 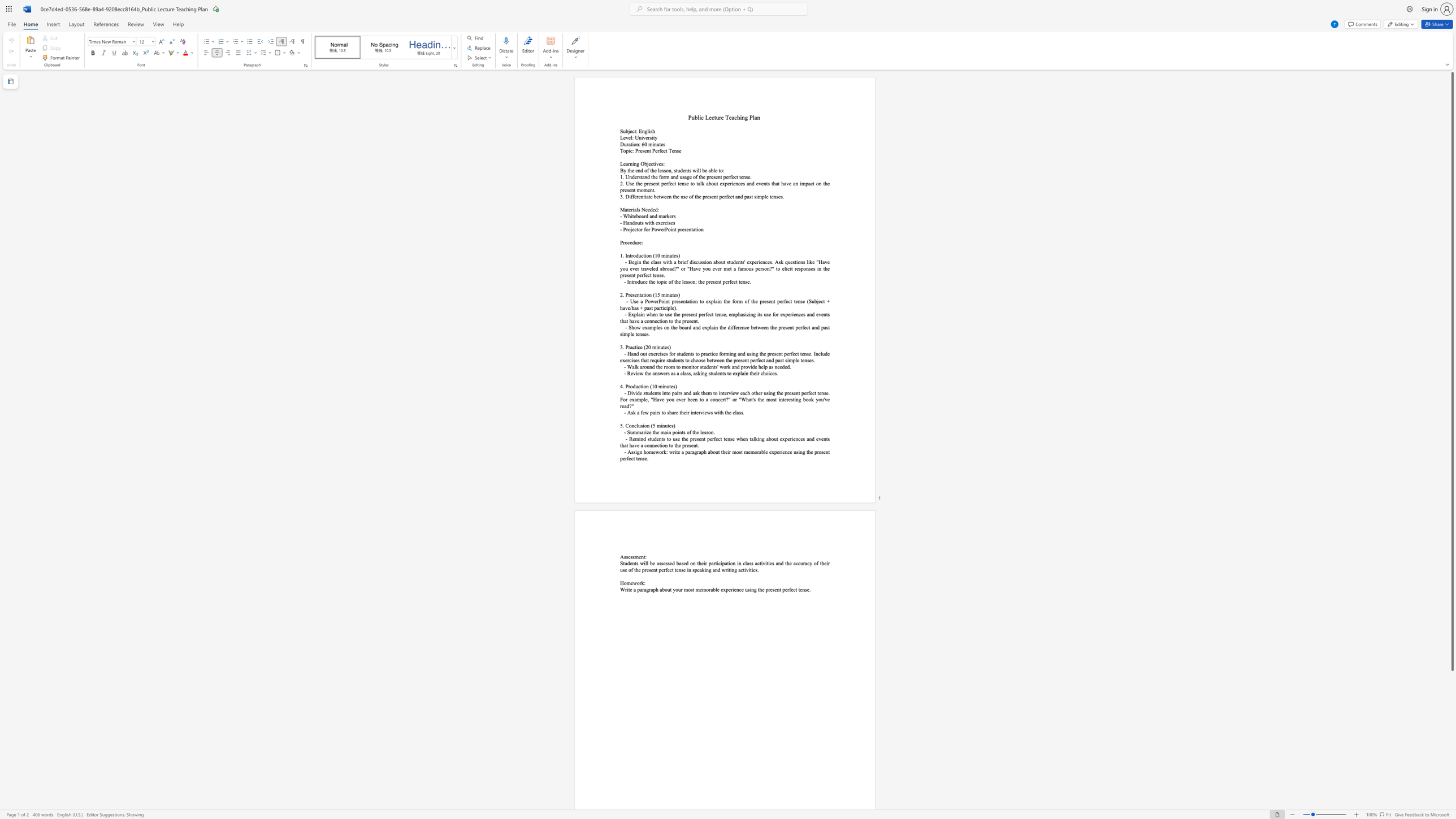 I want to click on the subset text "nd usage of the present p" within the text "1. Understand the form and usage of the present perfect tense.", so click(x=673, y=176).